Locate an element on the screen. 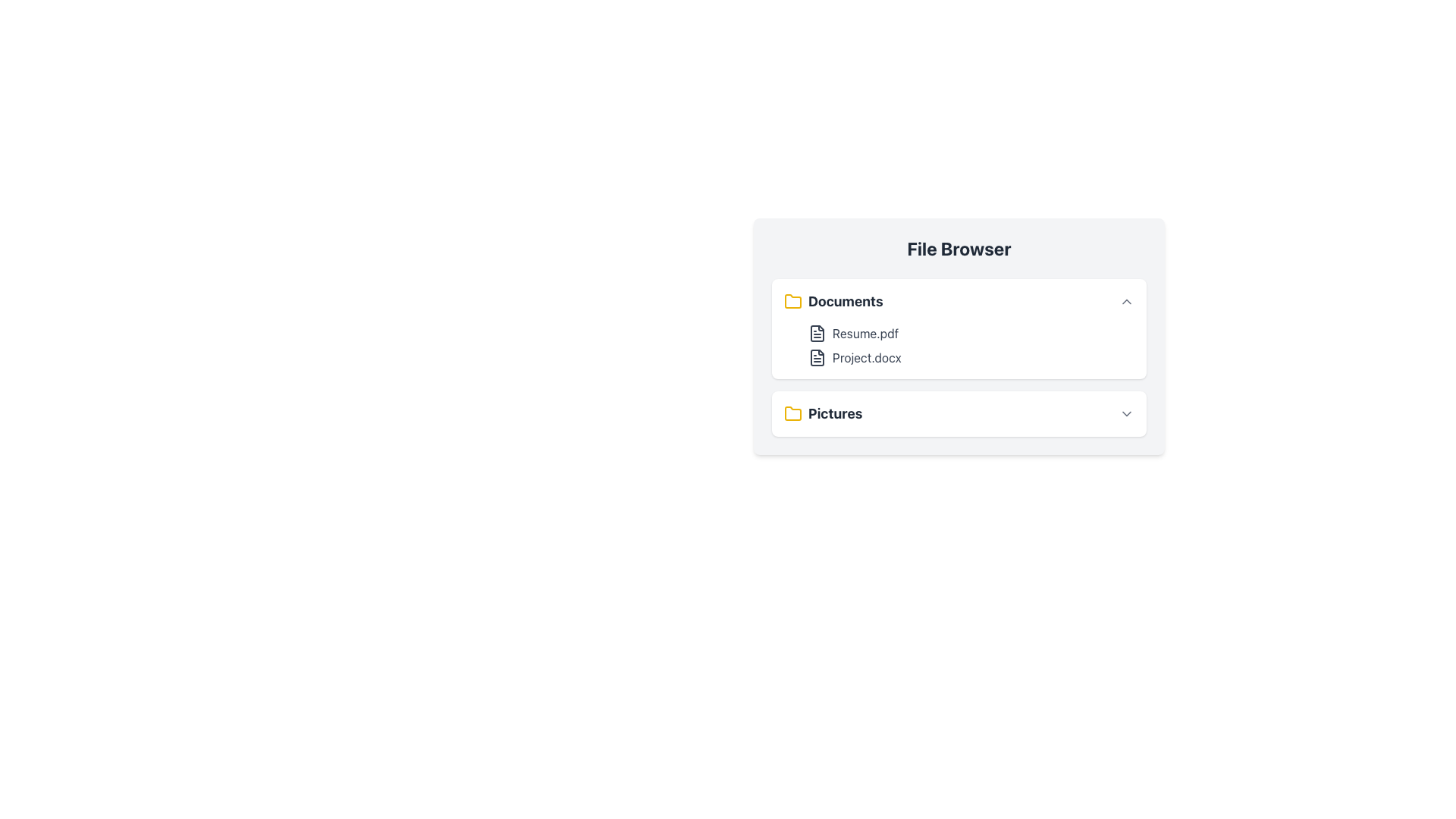 This screenshot has width=1456, height=819. on the 'Pictures' folder item located in the 'File Browser' section, which is the second item in the list beneath 'Documents' is located at coordinates (822, 414).